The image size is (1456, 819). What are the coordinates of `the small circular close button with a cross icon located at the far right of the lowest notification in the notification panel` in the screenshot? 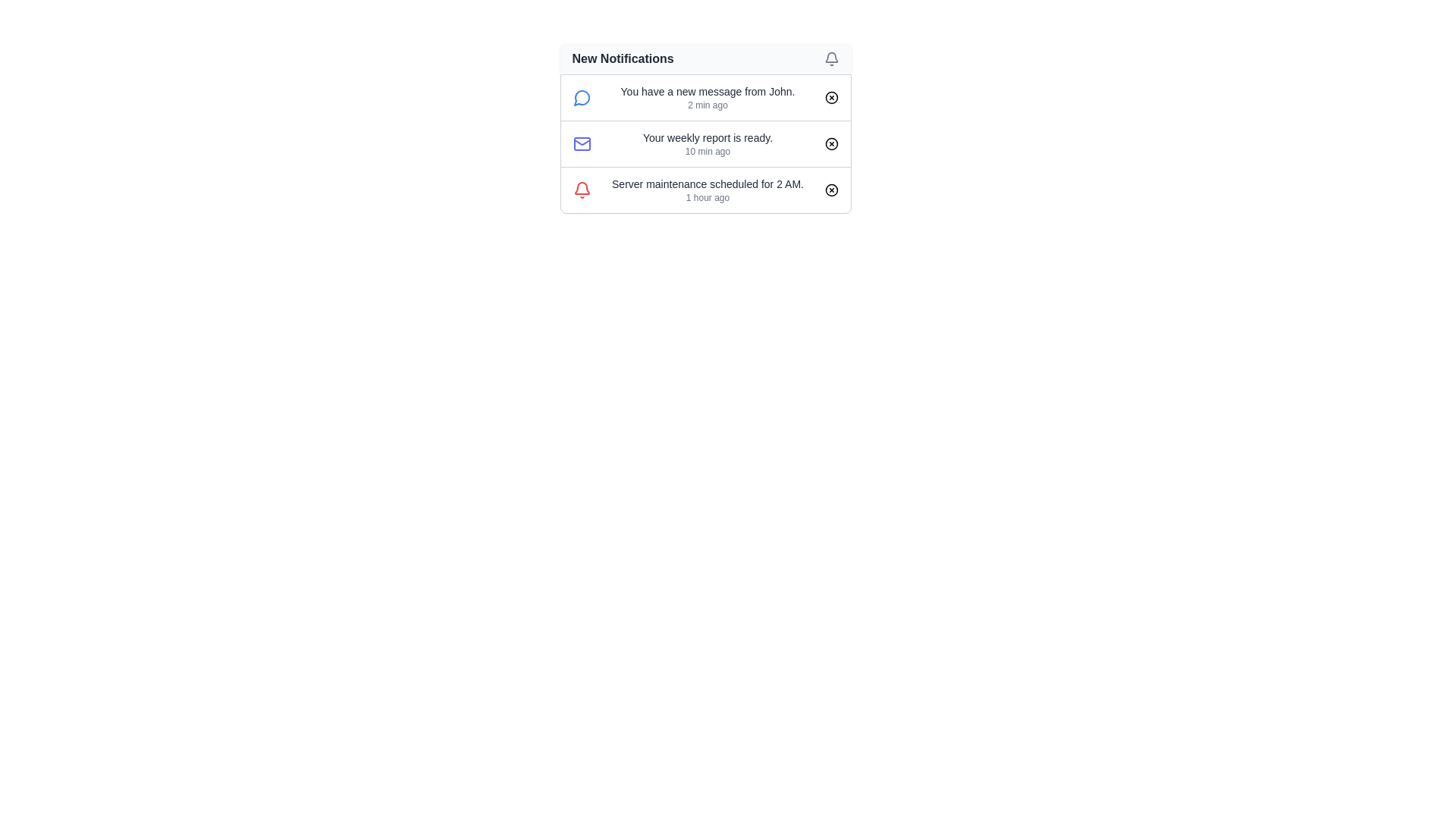 It's located at (830, 189).